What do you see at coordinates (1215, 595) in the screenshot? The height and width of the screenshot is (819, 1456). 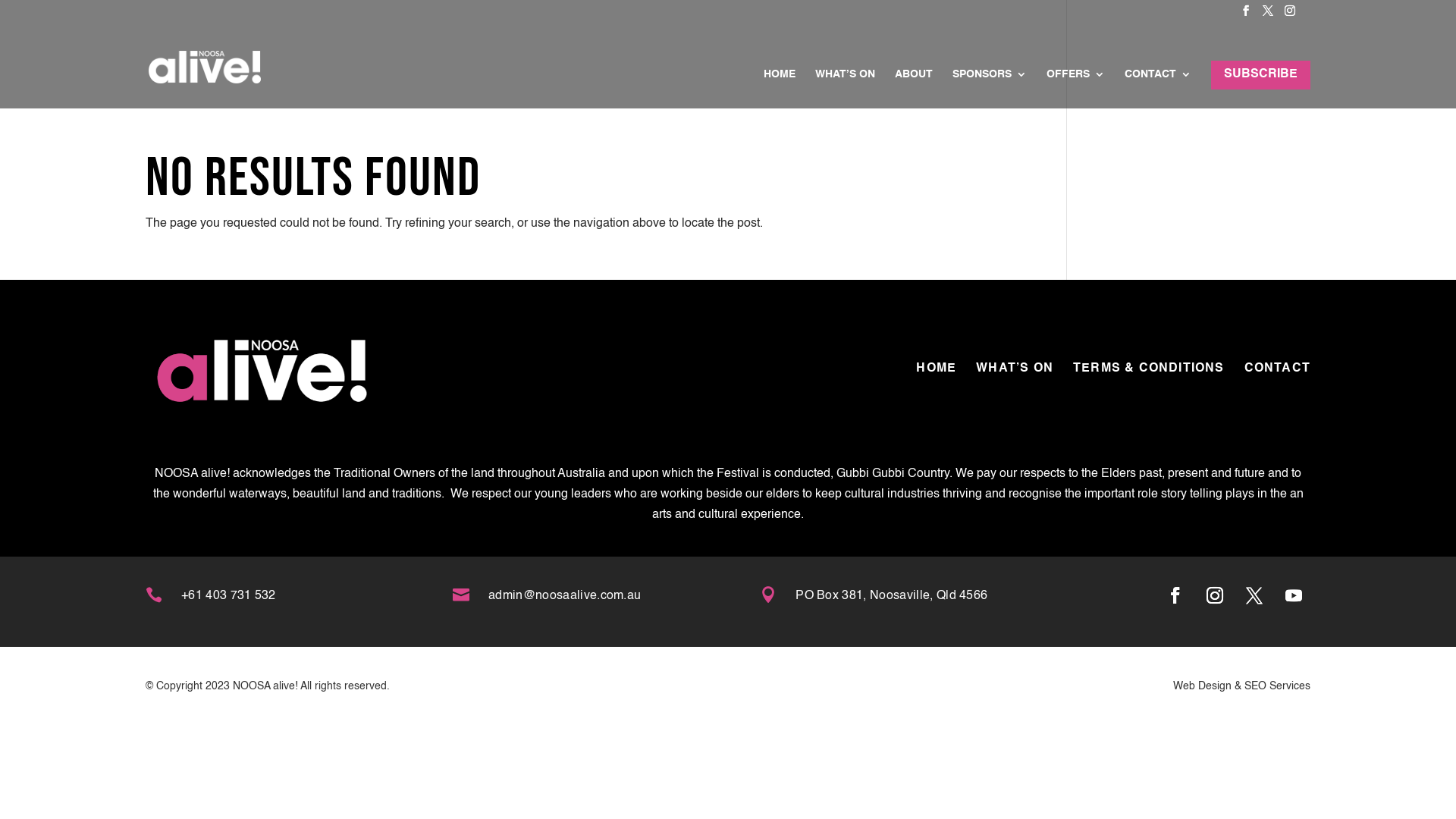 I see `'Follow on Instagram'` at bounding box center [1215, 595].